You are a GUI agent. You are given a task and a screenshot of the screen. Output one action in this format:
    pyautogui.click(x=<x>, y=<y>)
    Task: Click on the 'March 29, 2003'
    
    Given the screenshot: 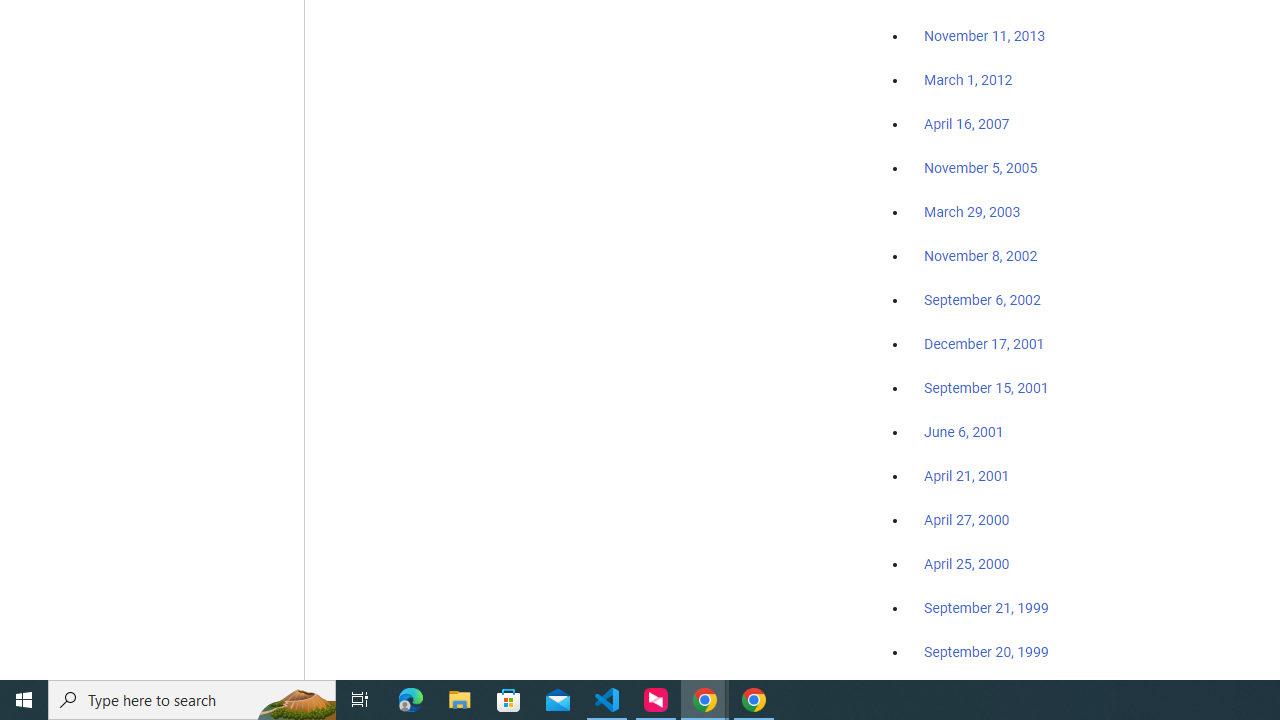 What is the action you would take?
    pyautogui.click(x=972, y=212)
    